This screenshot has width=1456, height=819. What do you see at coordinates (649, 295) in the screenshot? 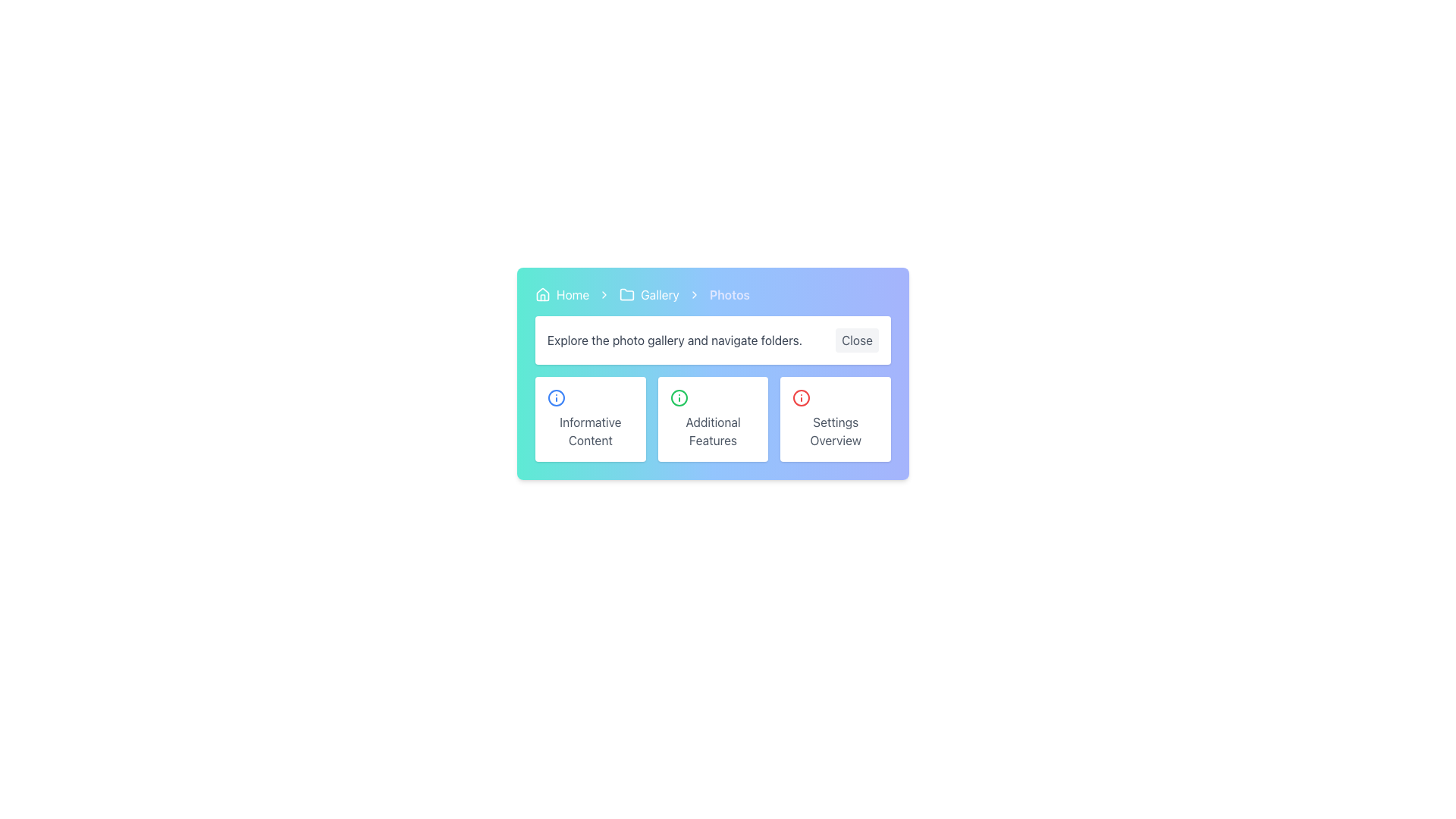
I see `the 'Gallery' interactive link with the adjacent folder icon in the breadcrumb navigation bar` at bounding box center [649, 295].